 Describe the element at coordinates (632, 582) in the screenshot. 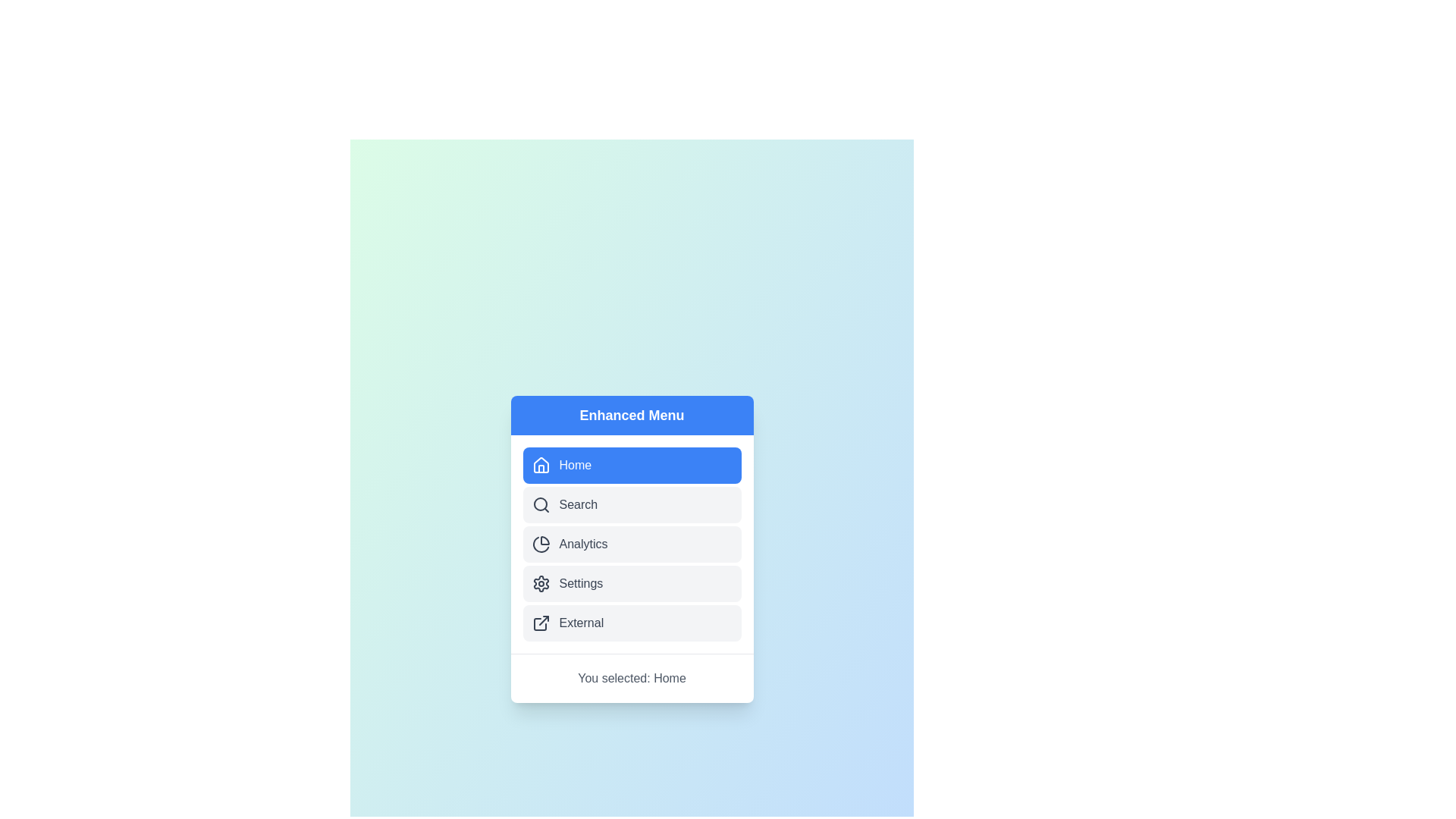

I see `the menu item labeled Settings to view its hover effect` at that location.